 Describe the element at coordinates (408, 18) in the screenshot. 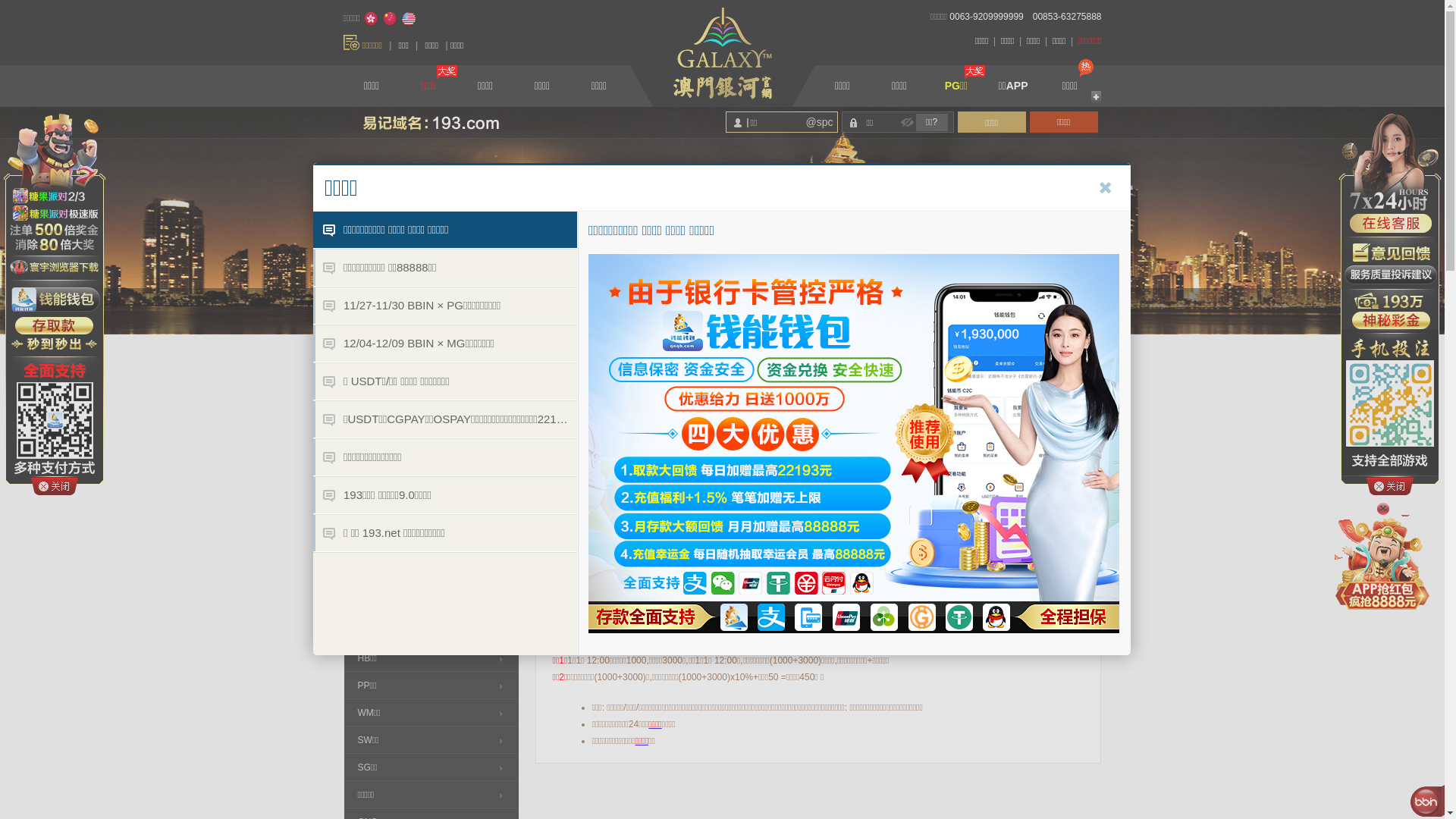

I see `'English'` at that location.